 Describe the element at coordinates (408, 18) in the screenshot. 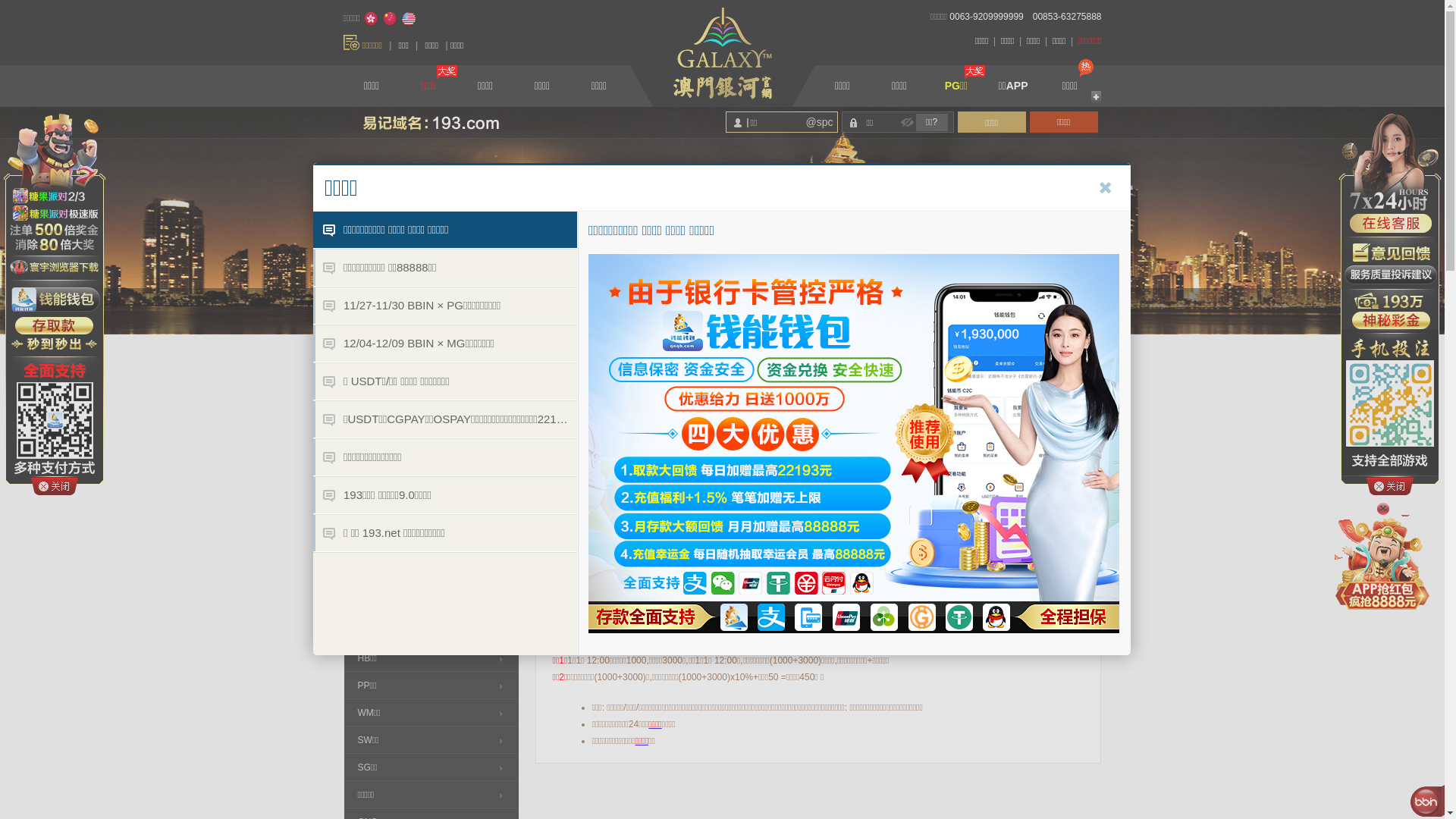

I see `'English'` at that location.